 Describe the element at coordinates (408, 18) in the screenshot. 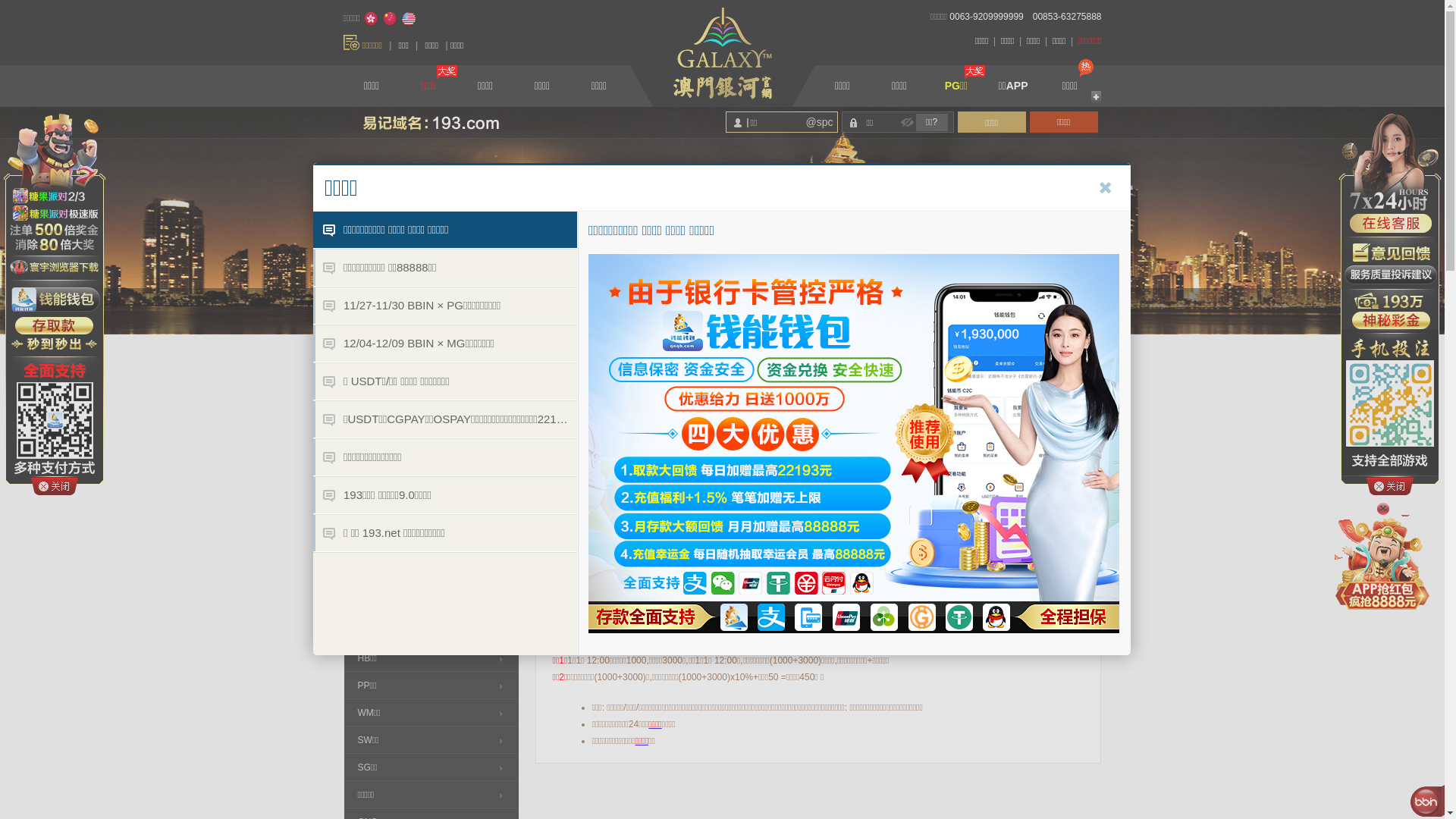

I see `'English'` at that location.